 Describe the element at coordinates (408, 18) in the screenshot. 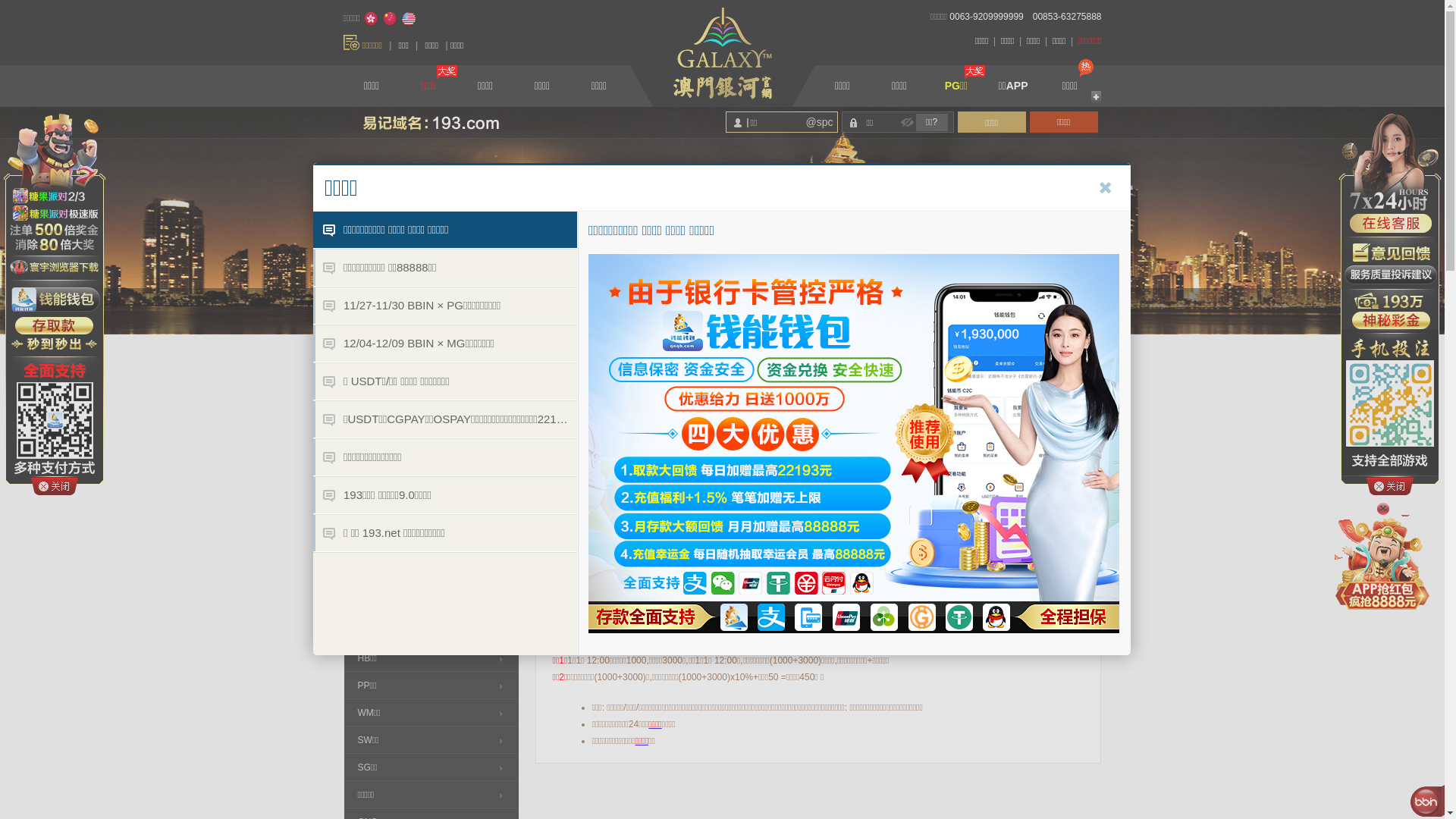

I see `'English'` at that location.